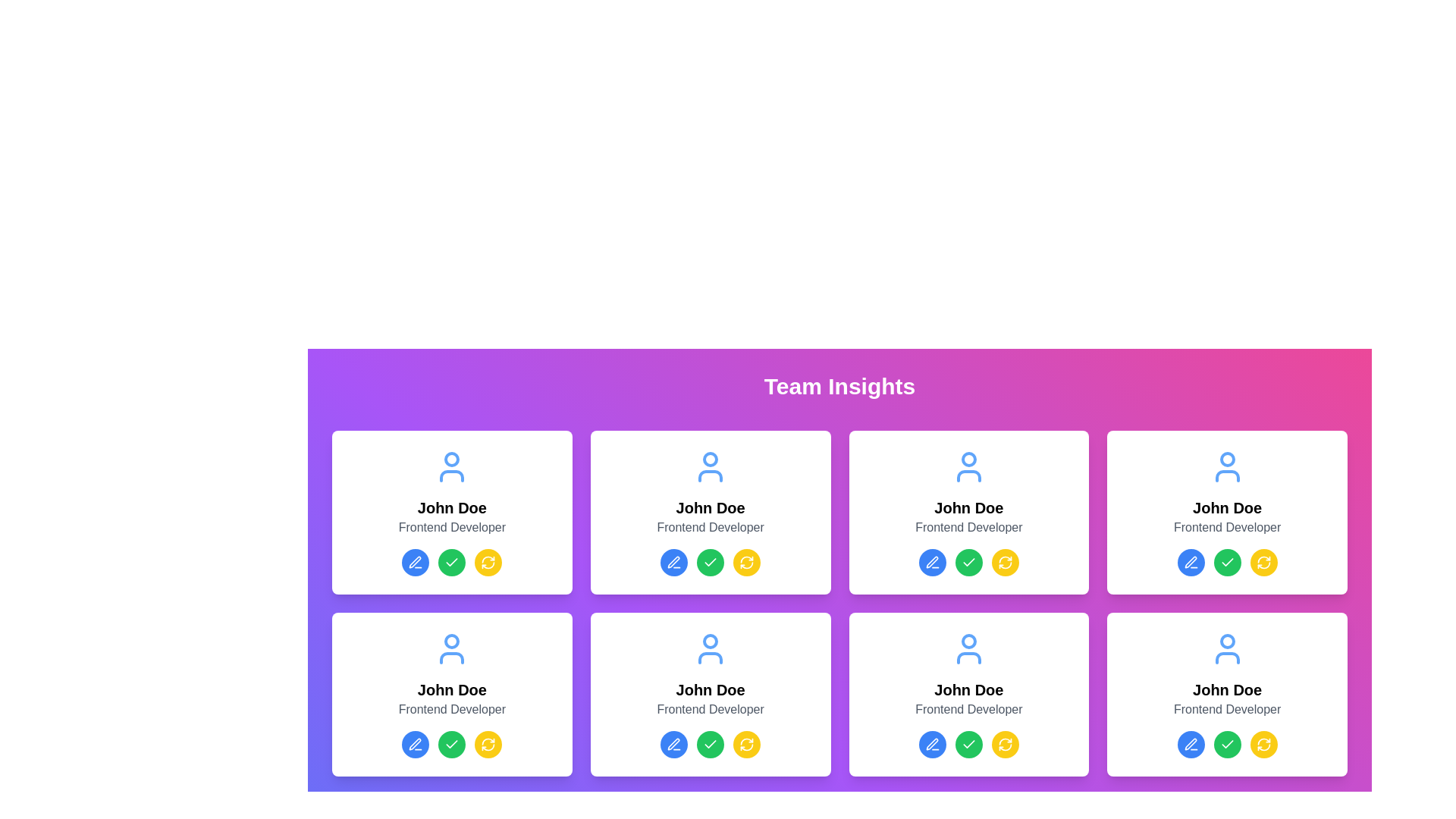 The height and width of the screenshot is (819, 1456). I want to click on the user profile SVG icon located in the top-right card of the grid layout, which represents the user 'John Doe', a Frontend Developer, so click(1227, 466).